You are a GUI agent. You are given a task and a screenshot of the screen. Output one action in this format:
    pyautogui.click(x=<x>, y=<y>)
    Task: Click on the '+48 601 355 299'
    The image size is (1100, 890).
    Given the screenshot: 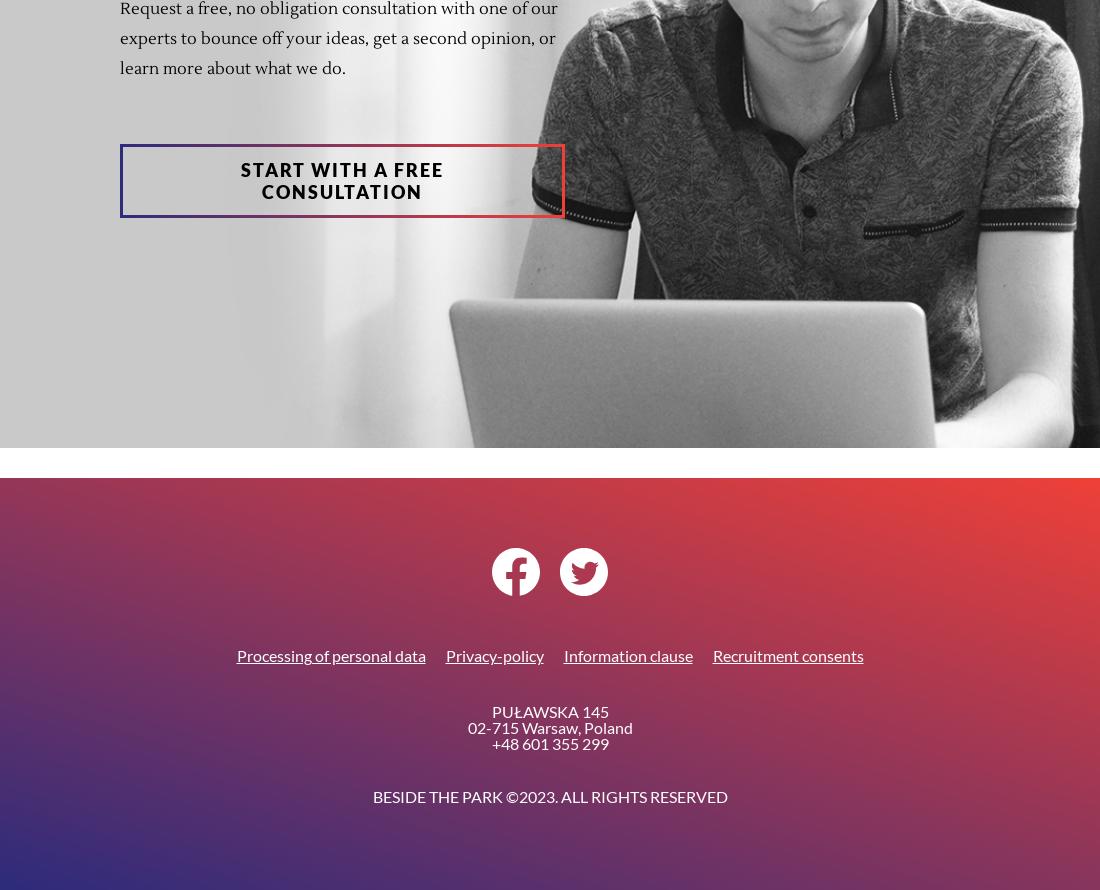 What is the action you would take?
    pyautogui.click(x=491, y=743)
    